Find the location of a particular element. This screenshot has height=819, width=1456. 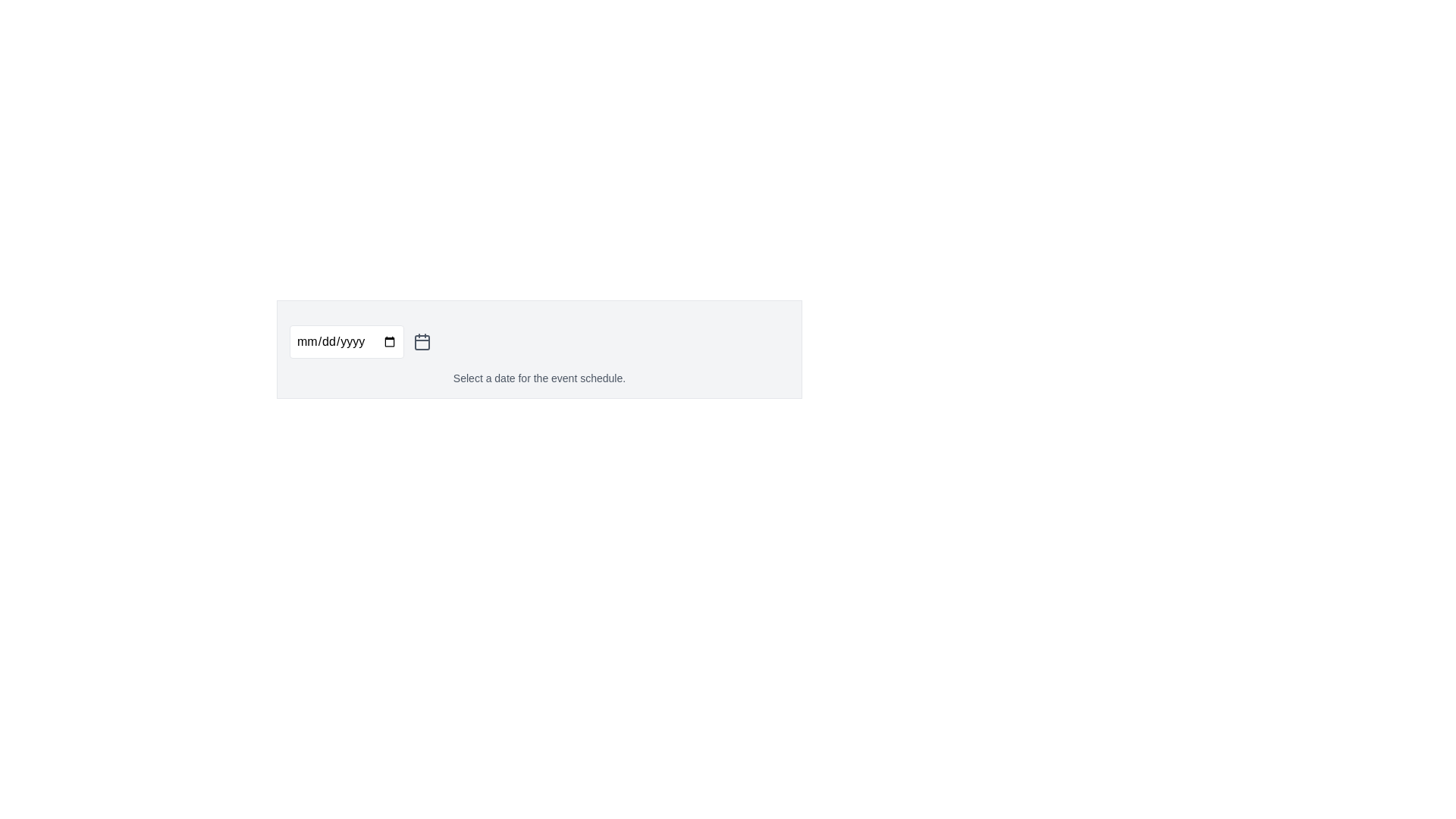

the text input field for date entry to focus and type a date is located at coordinates (346, 342).